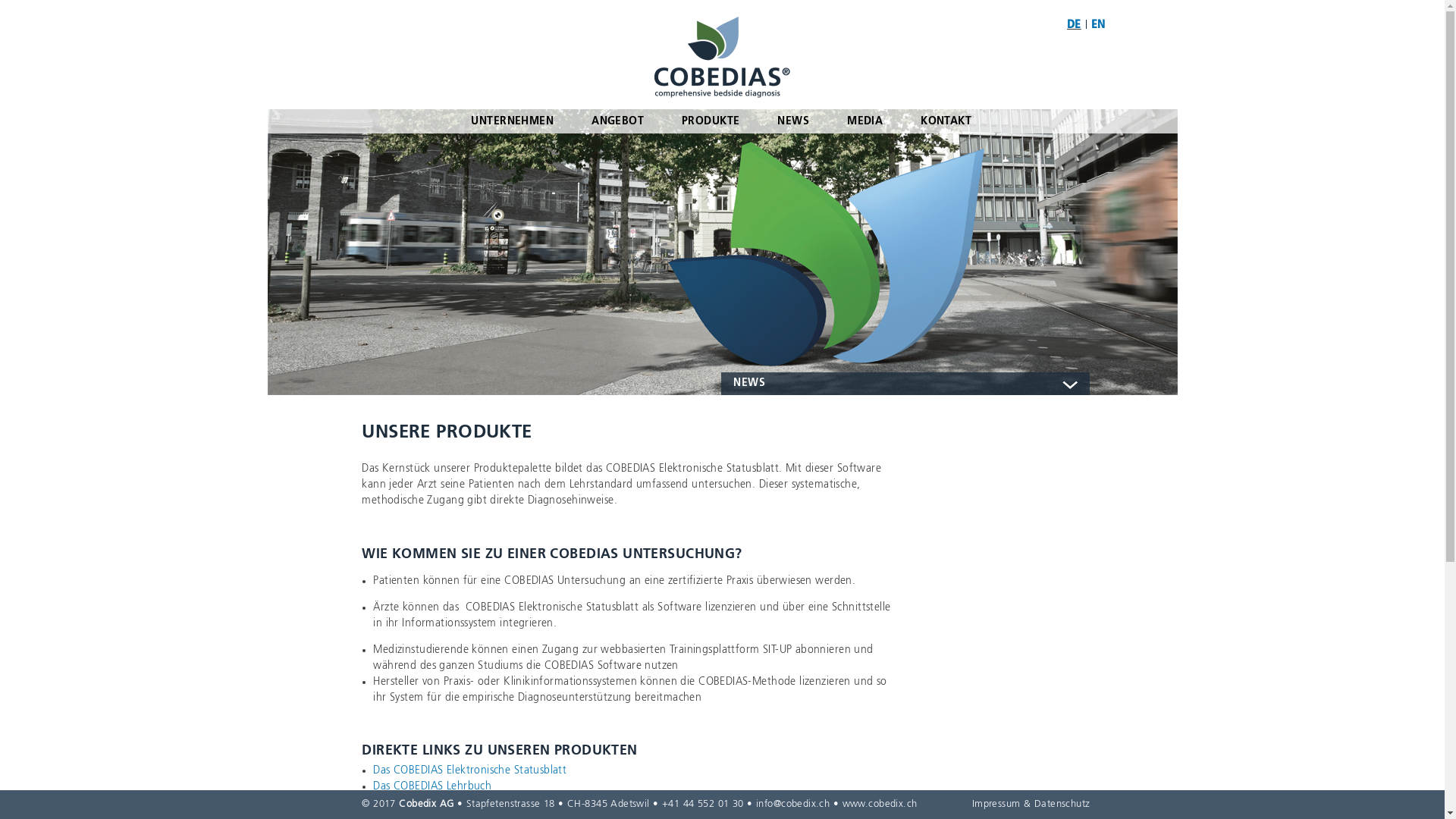 Image resolution: width=1456 pixels, height=819 pixels. Describe the element at coordinates (792, 803) in the screenshot. I see `'info@cobedix.ch'` at that location.